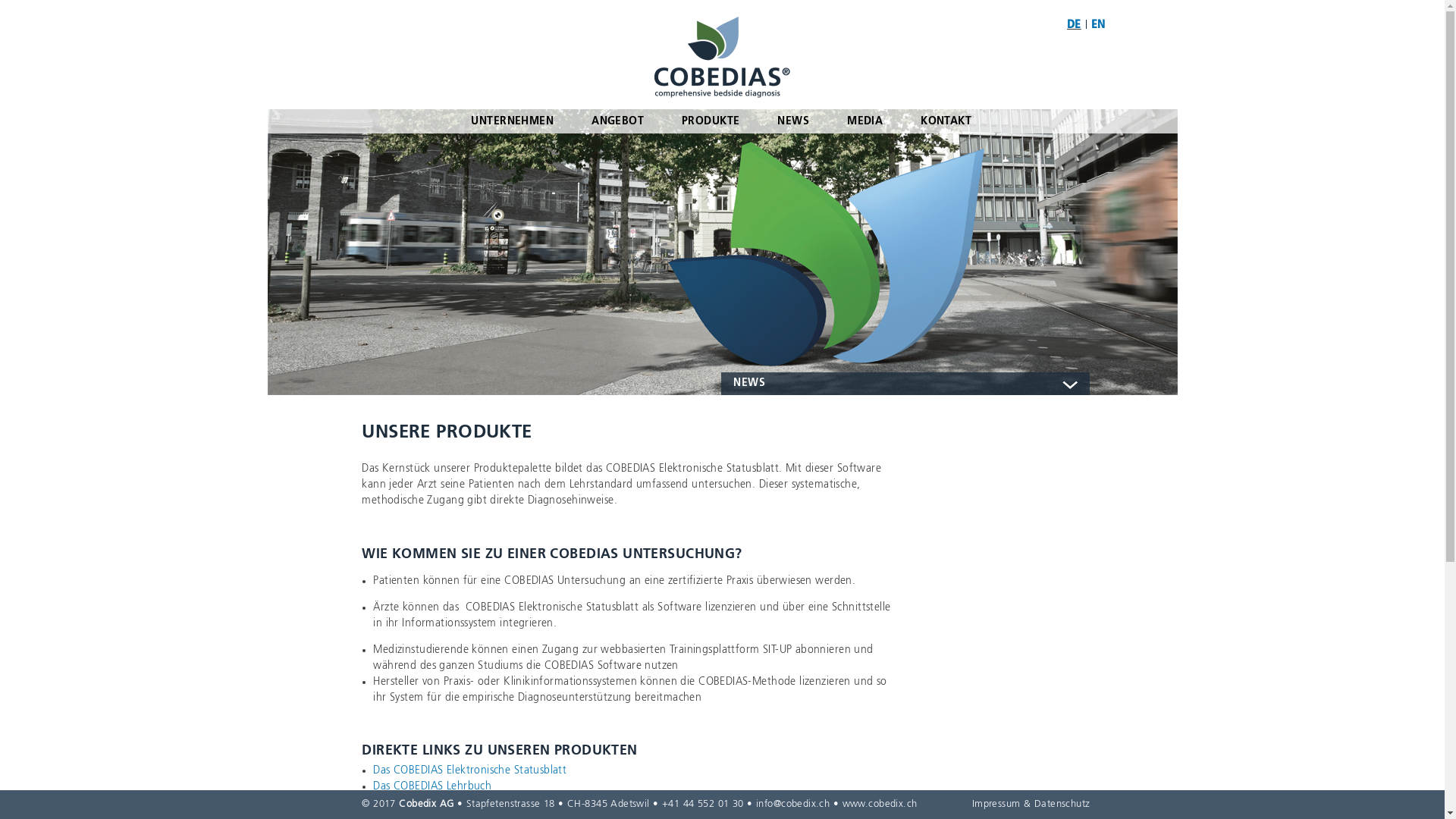 Image resolution: width=1456 pixels, height=819 pixels. Describe the element at coordinates (792, 803) in the screenshot. I see `'info@cobedix.ch'` at that location.